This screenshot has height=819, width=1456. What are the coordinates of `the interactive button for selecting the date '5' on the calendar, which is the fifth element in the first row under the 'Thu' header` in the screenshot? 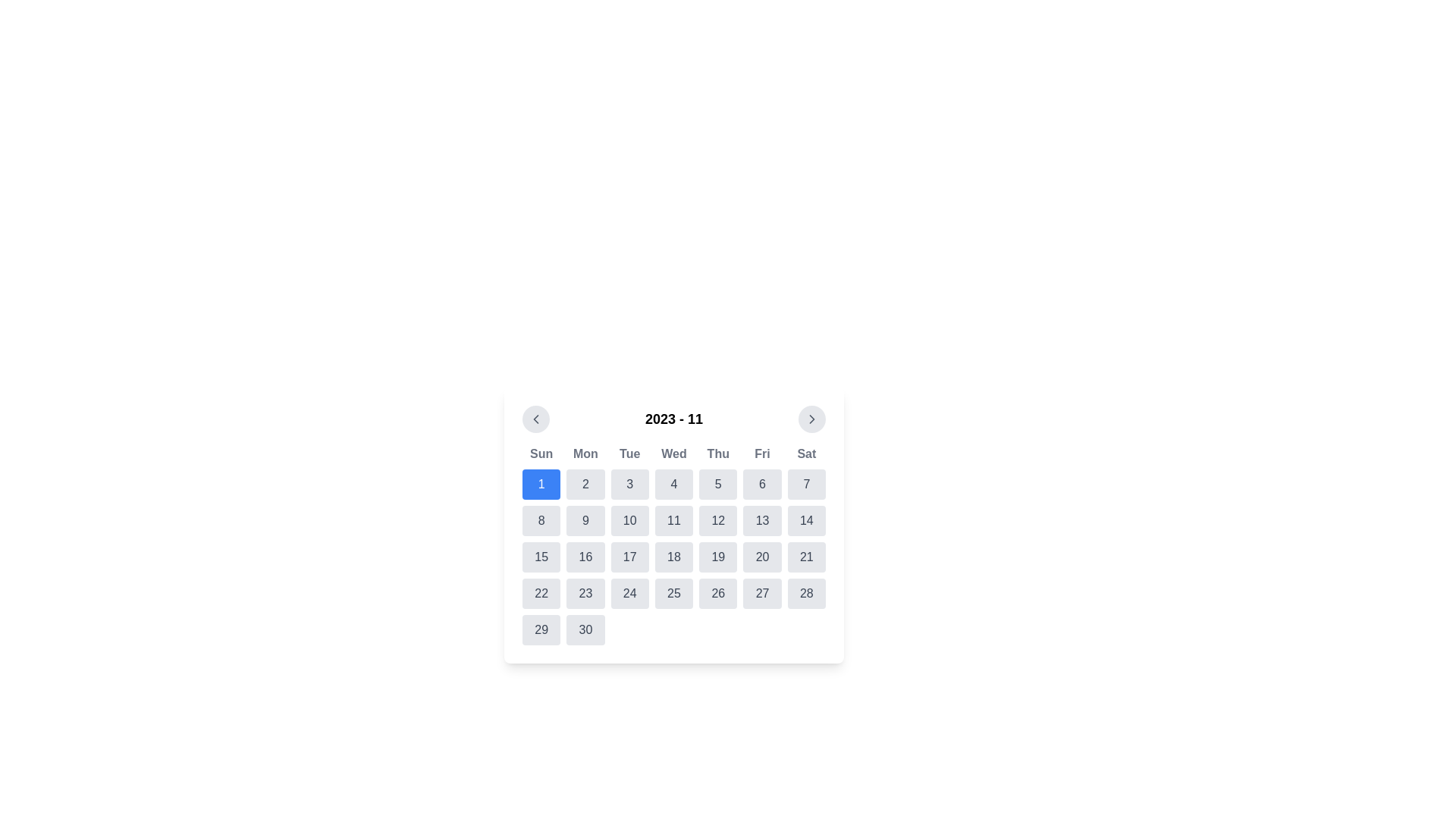 It's located at (717, 485).